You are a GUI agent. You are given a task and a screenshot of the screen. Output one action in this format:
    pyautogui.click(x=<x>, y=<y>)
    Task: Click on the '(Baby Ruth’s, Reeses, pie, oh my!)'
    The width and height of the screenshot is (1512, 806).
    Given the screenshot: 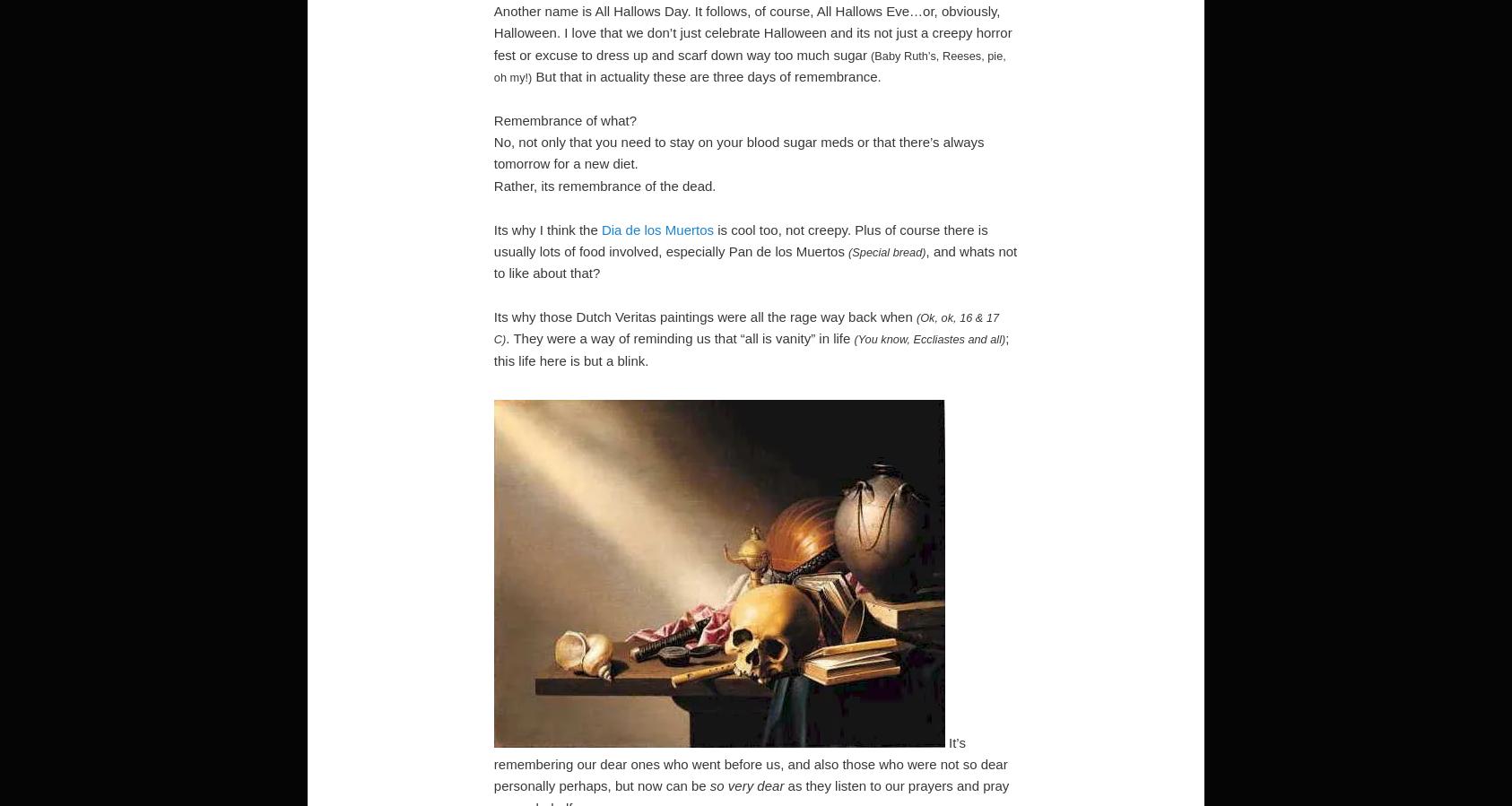 What is the action you would take?
    pyautogui.click(x=749, y=65)
    